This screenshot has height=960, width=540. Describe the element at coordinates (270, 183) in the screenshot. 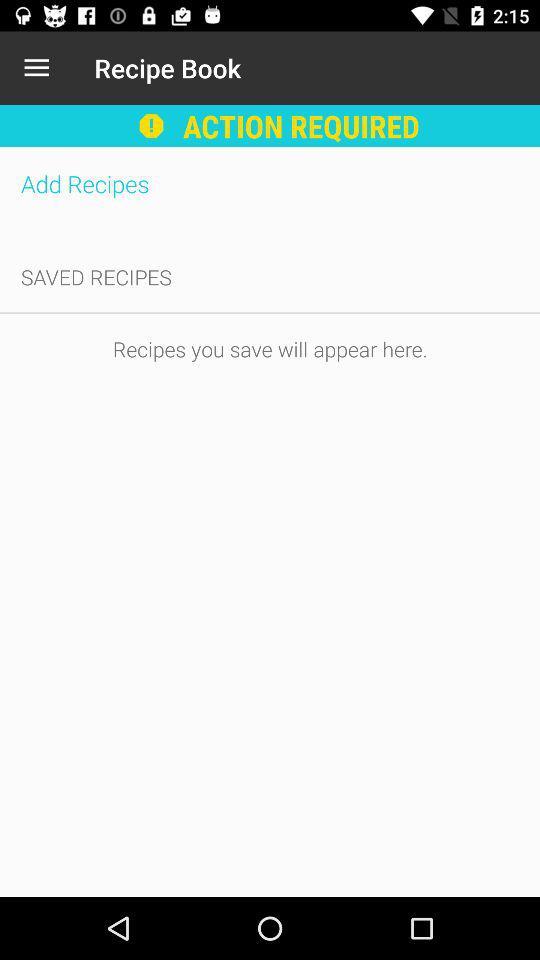

I see `add recipes` at that location.